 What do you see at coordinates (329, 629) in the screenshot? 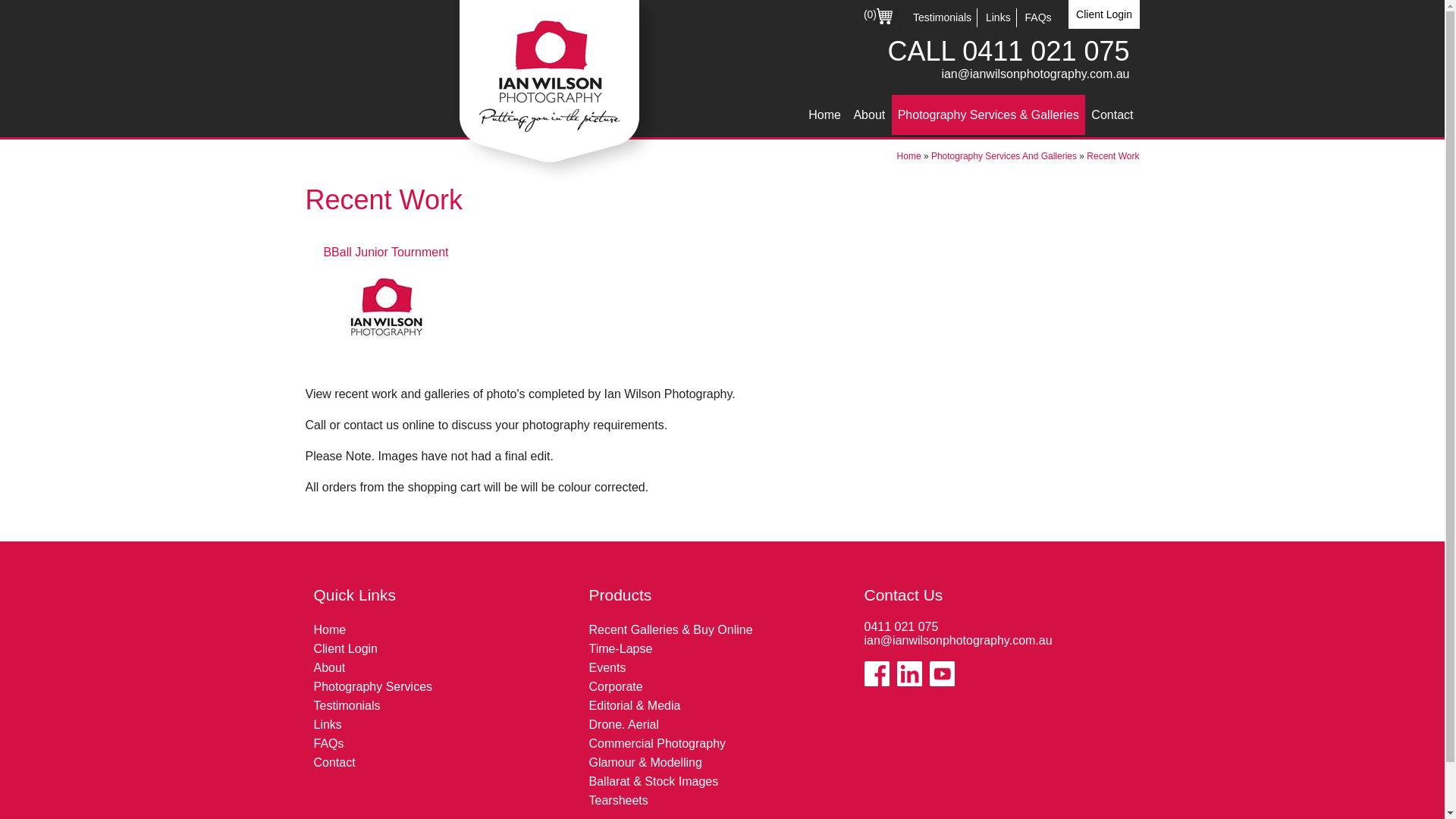
I see `'Home'` at bounding box center [329, 629].